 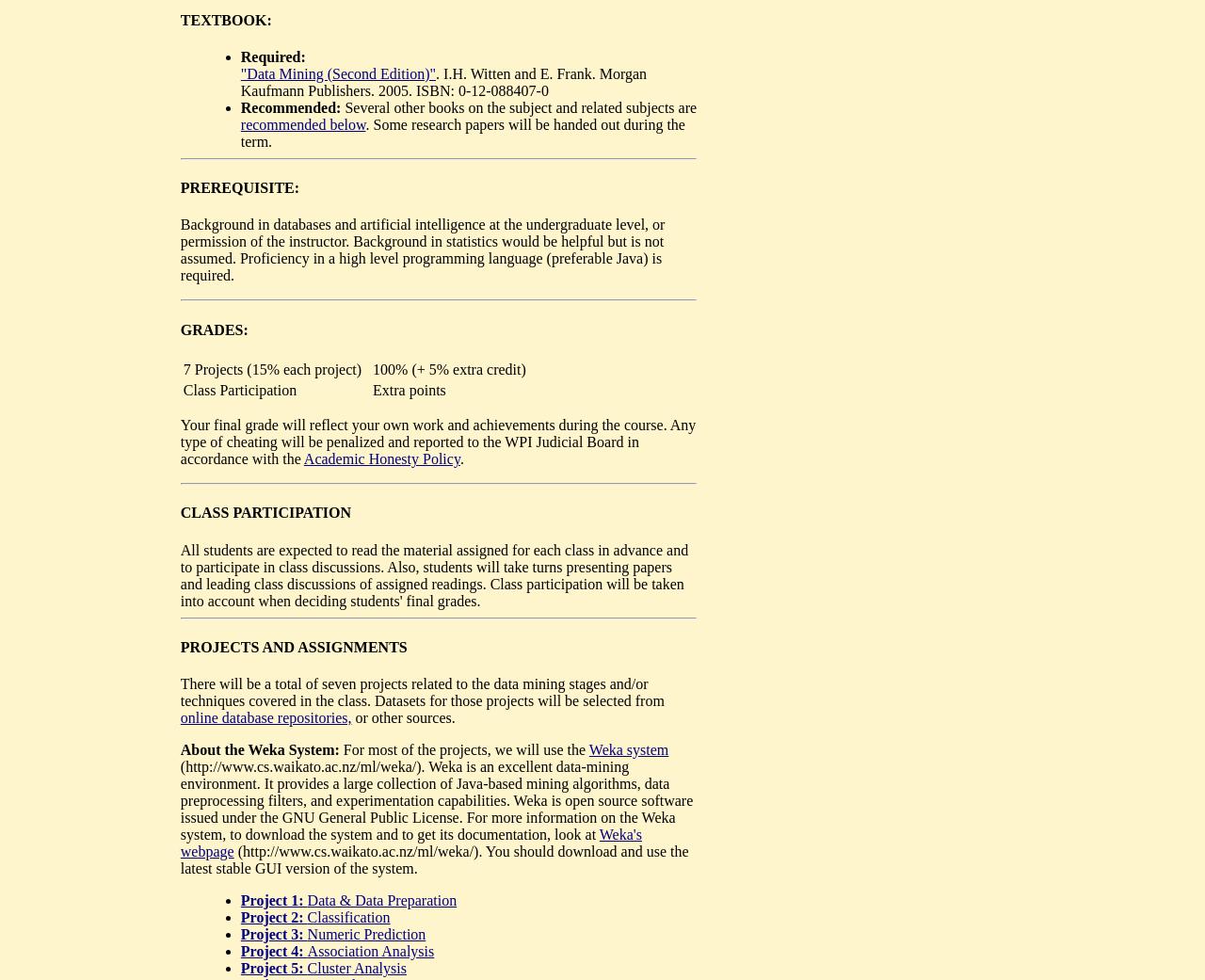 I want to click on 'For most of the projects, we will use the', so click(x=463, y=749).